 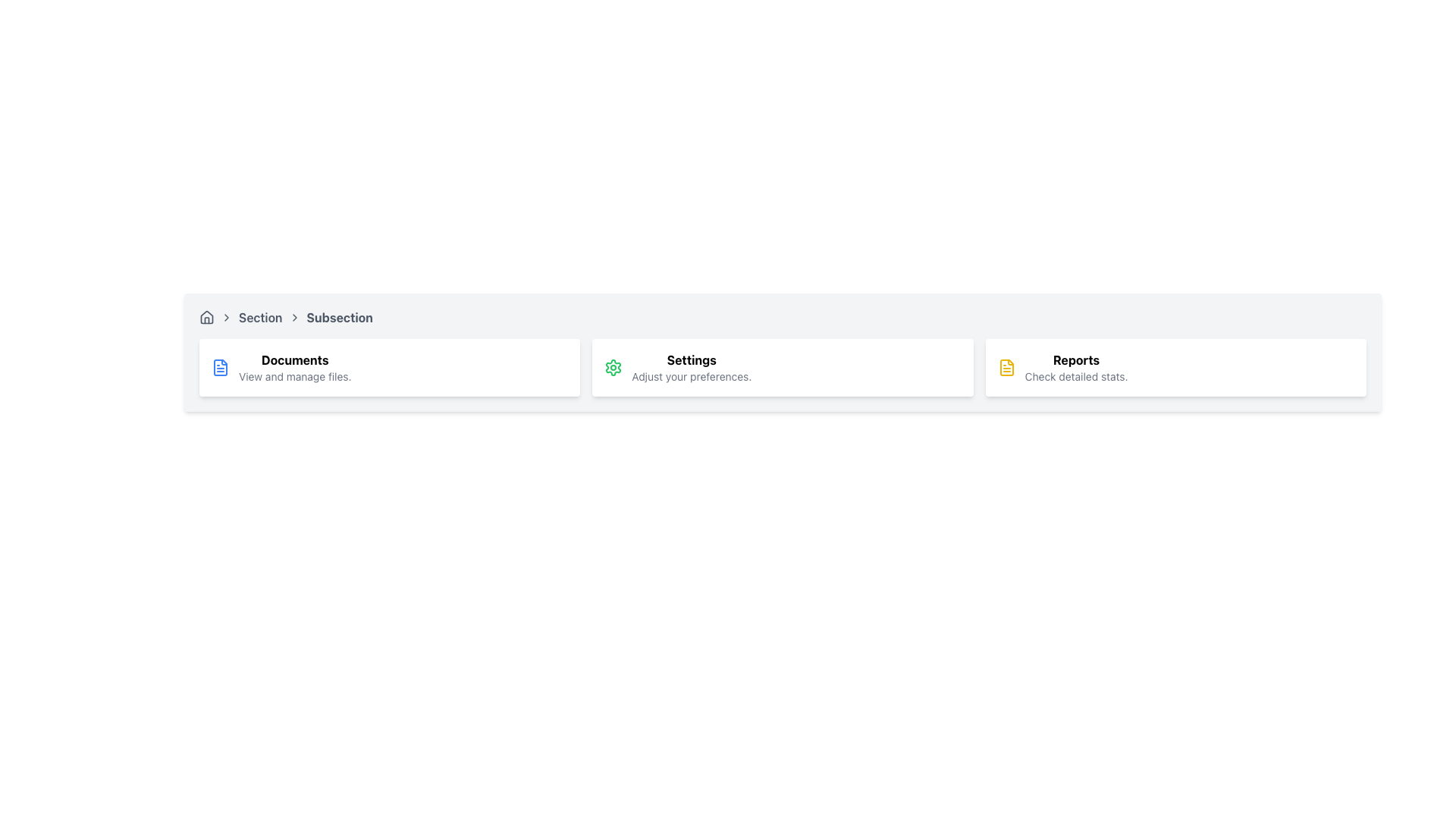 What do you see at coordinates (295, 376) in the screenshot?
I see `the informational text element located immediately below the 'Documents' header in the leftmost card of the interface` at bounding box center [295, 376].